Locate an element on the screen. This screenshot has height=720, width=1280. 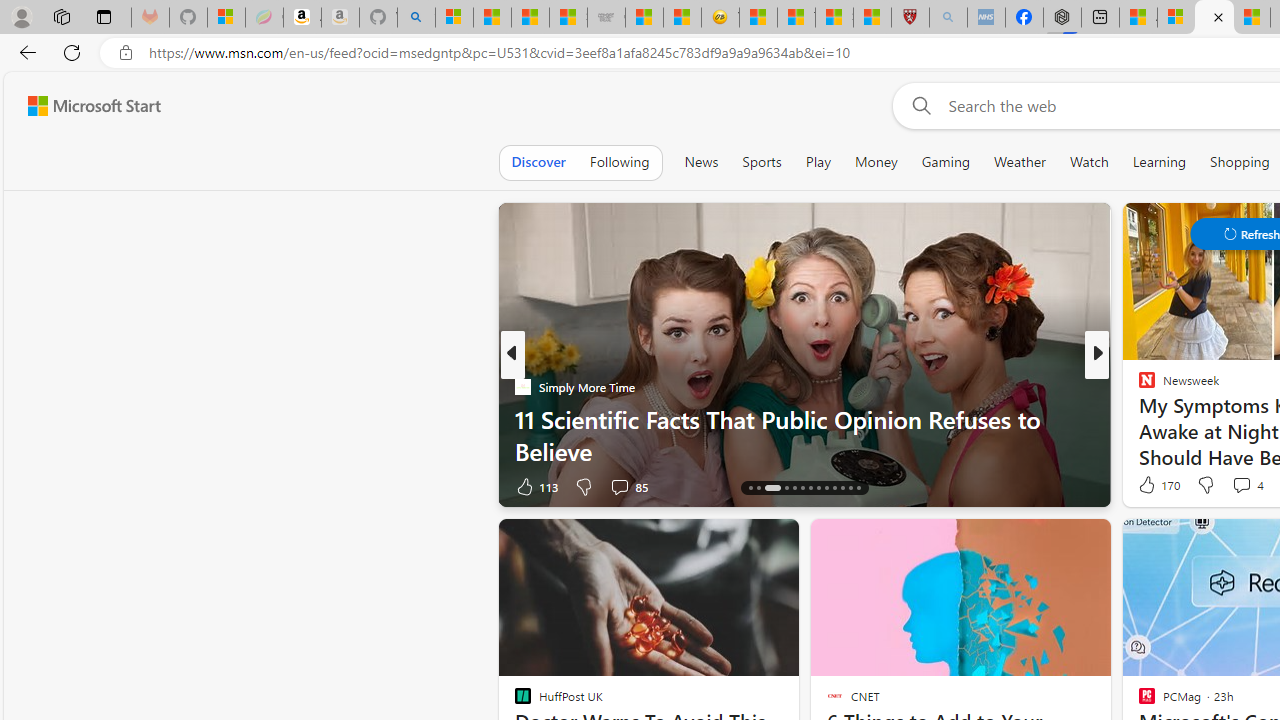
'View comments 85 Comment' is located at coordinates (627, 486).